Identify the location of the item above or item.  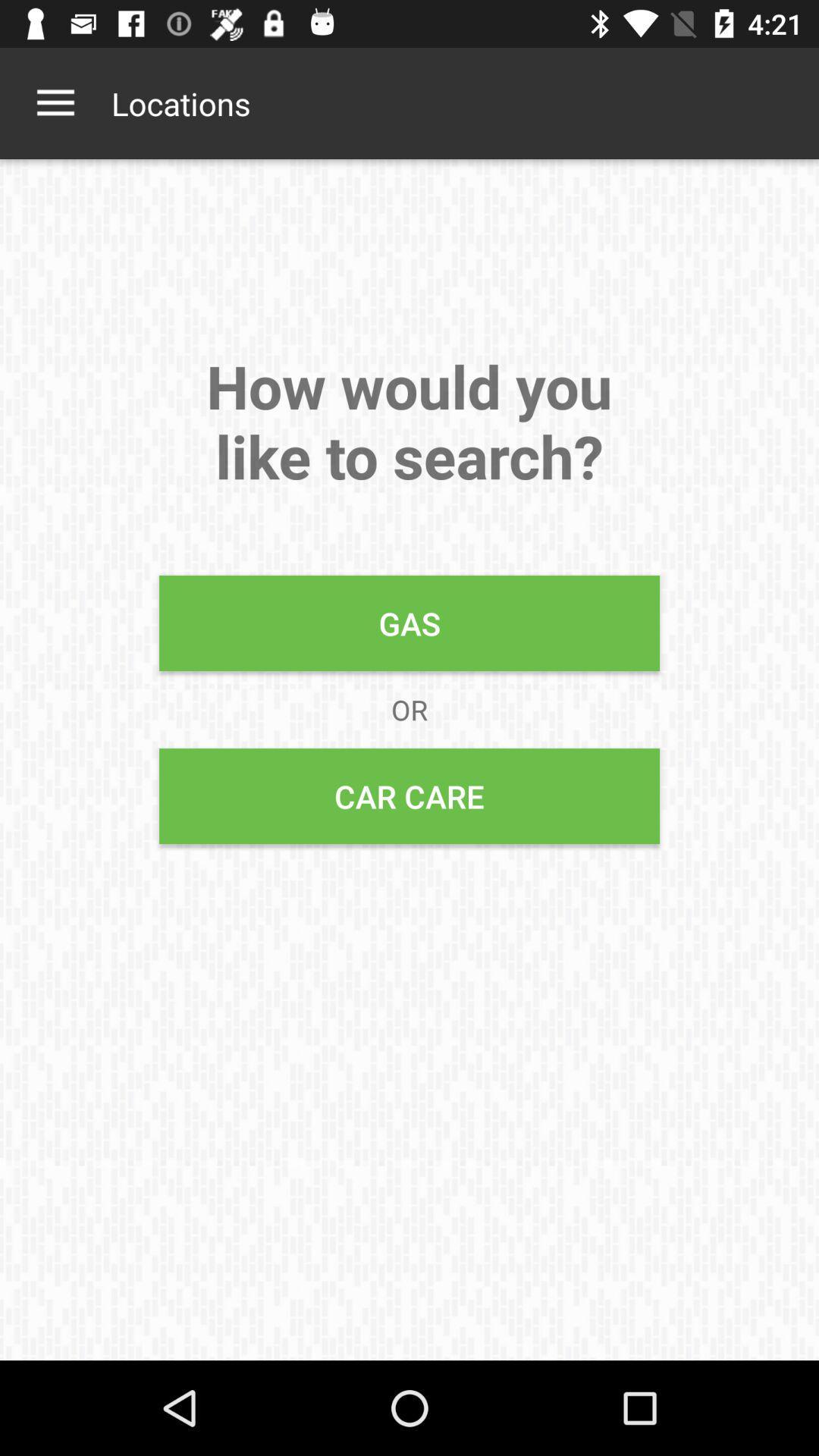
(409, 623).